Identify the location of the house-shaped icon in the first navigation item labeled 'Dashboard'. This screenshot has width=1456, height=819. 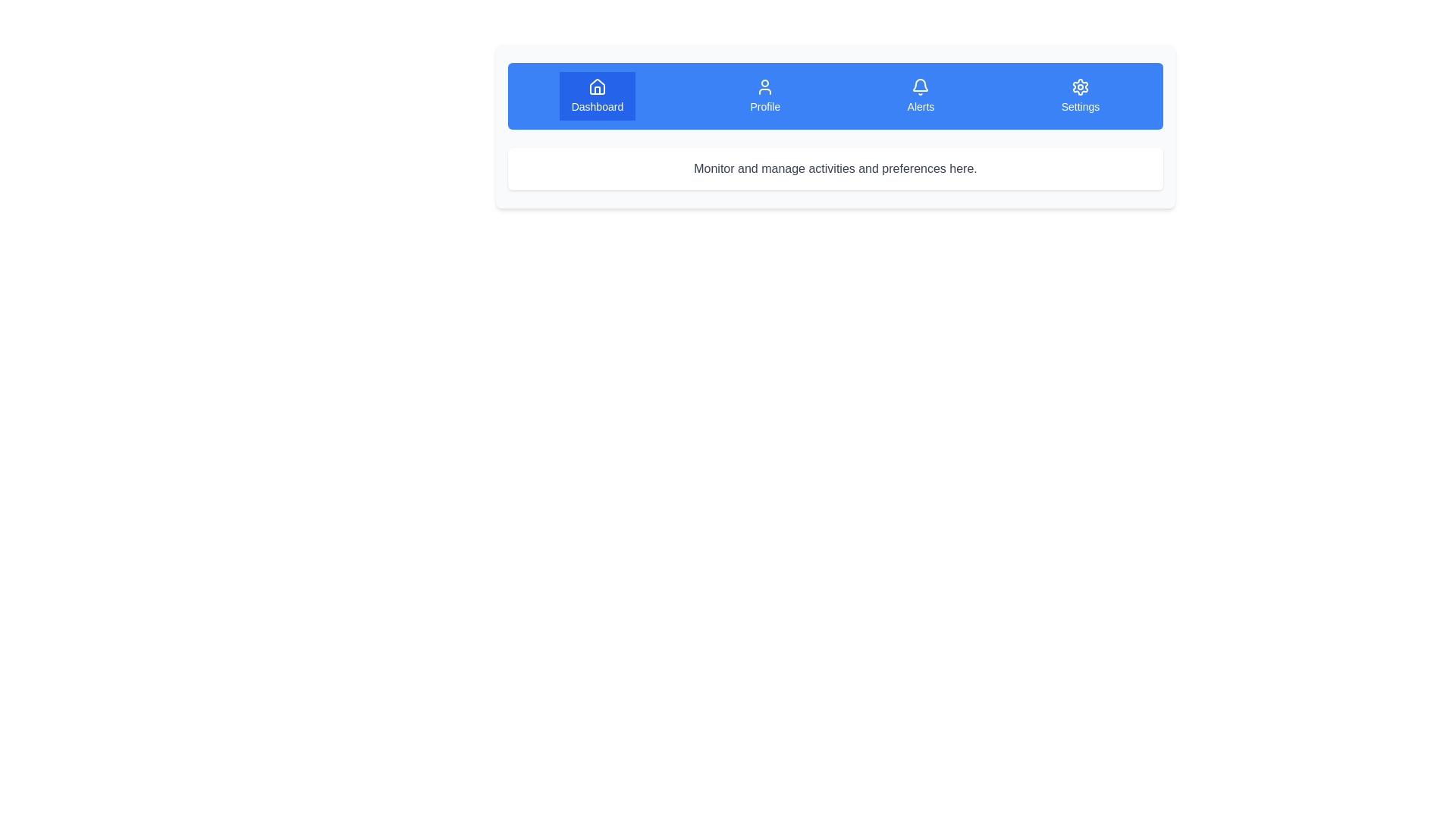
(596, 86).